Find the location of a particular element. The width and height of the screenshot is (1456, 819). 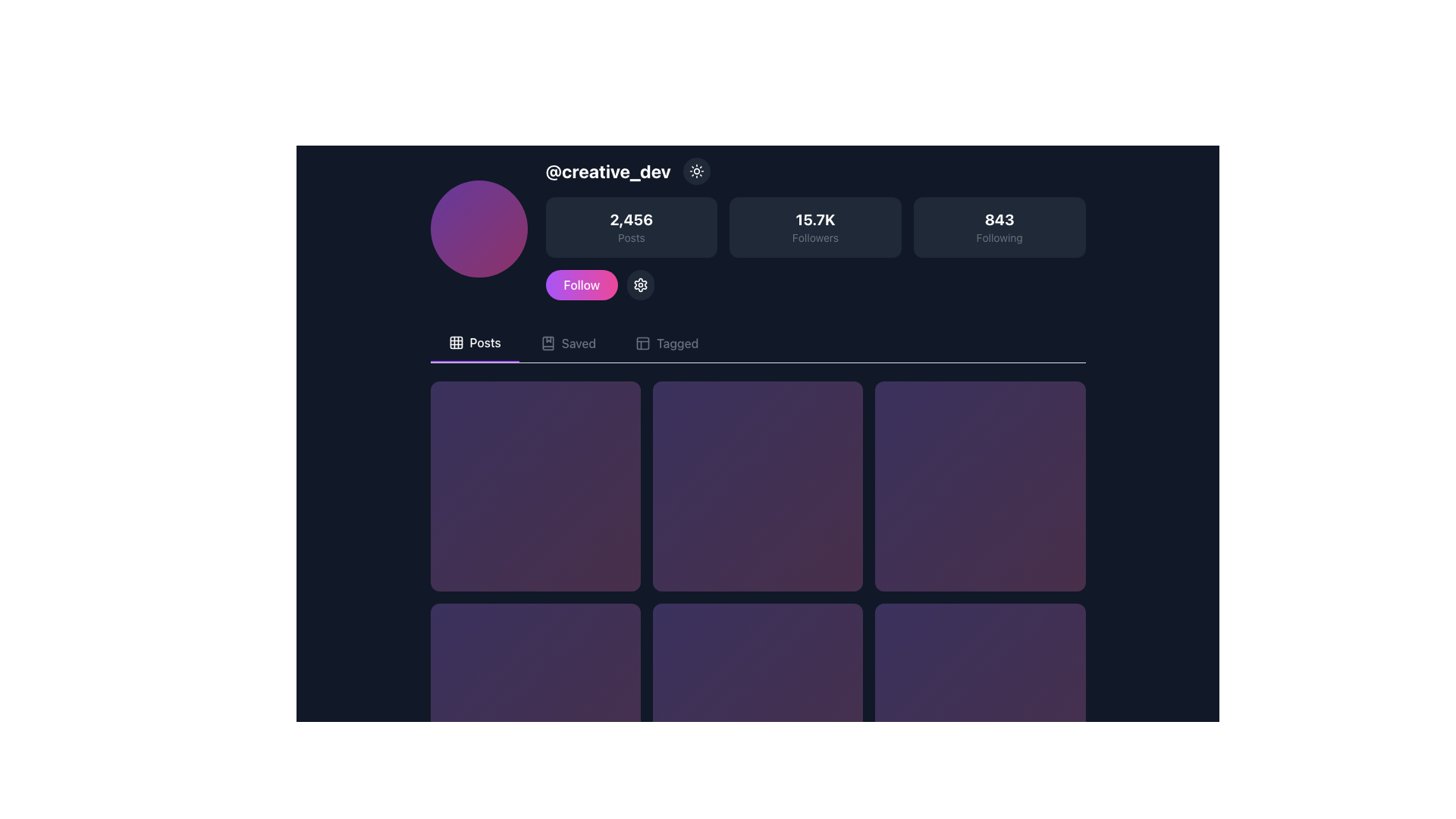

the multimedia card located in the center of the fourth row and second column of the grid is located at coordinates (758, 709).